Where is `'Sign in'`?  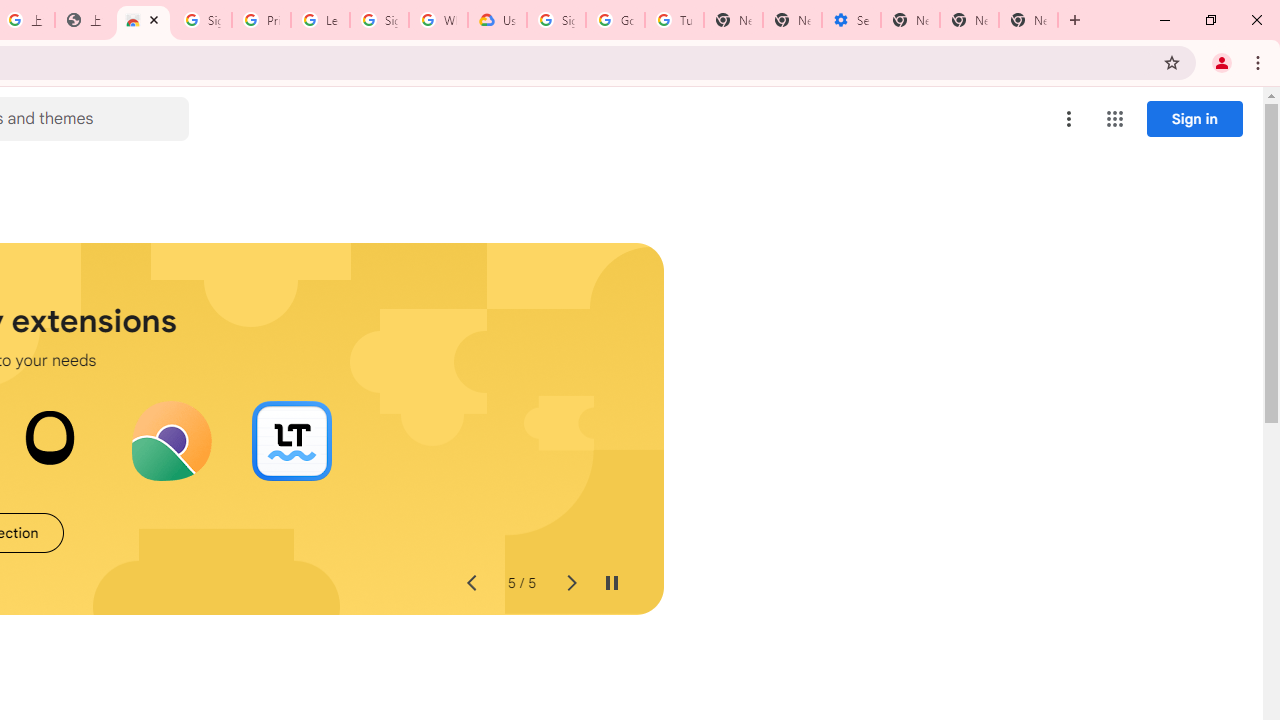
'Sign in' is located at coordinates (1194, 118).